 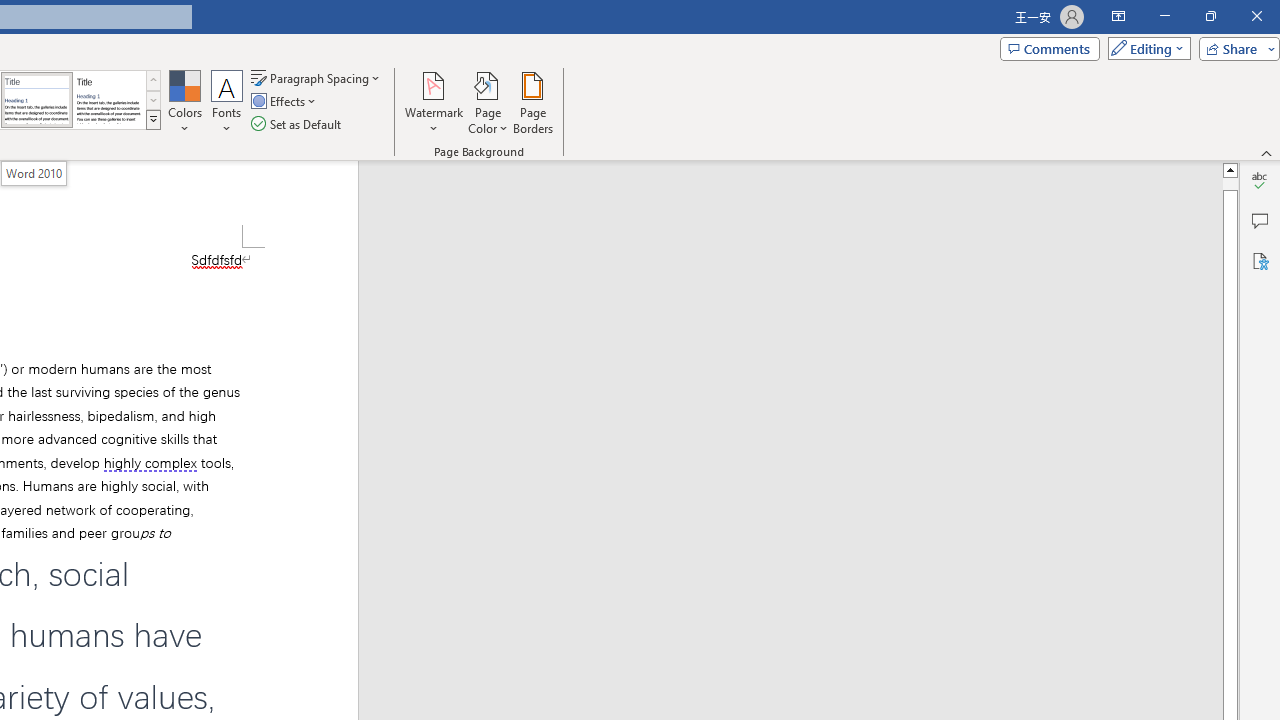 What do you see at coordinates (284, 101) in the screenshot?
I see `'Effects'` at bounding box center [284, 101].